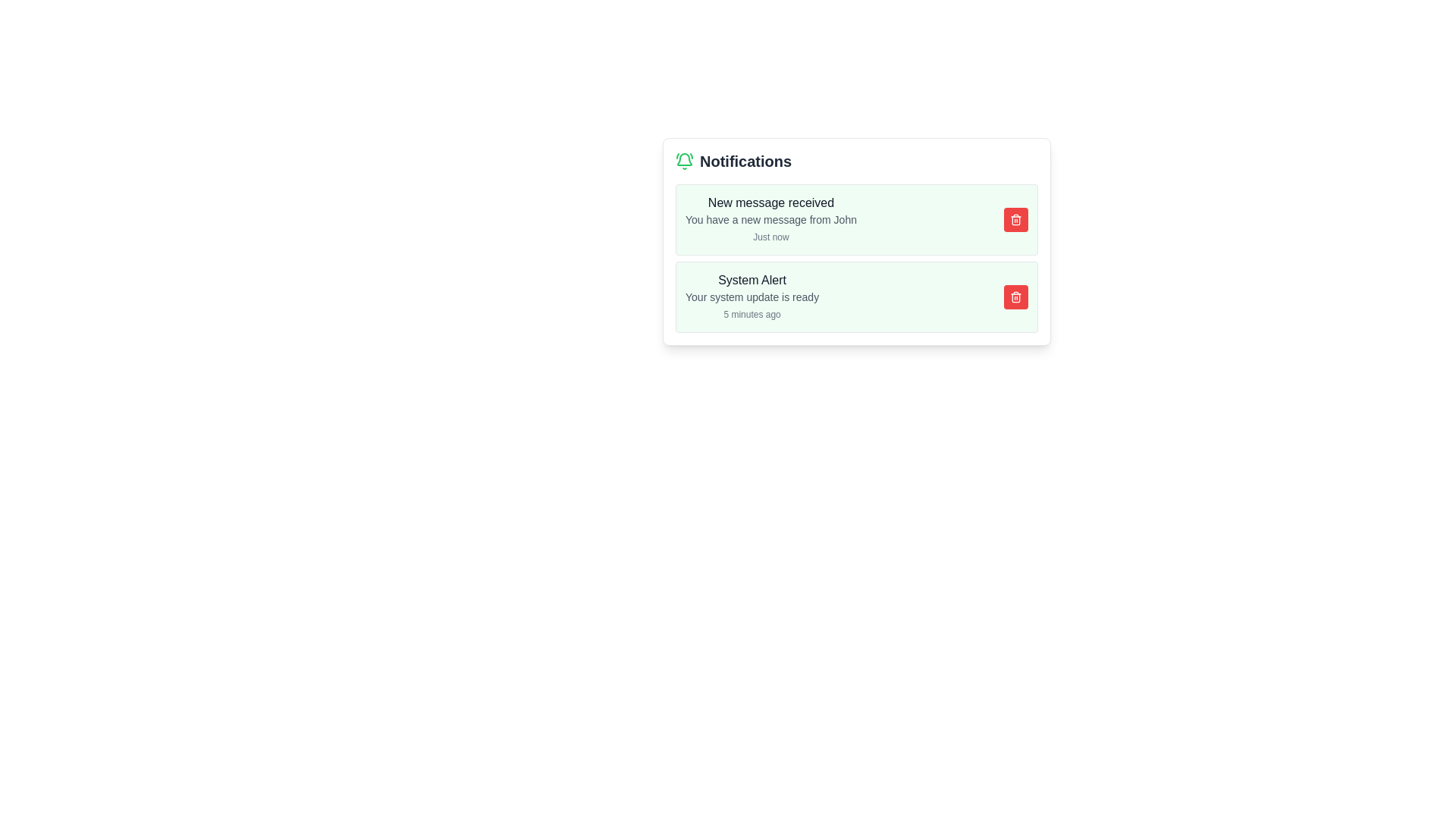 This screenshot has width=1456, height=819. I want to click on the title text label of the notification card indicating a new message from John, located at the top of the card under the 'Notifications' section, so click(771, 202).